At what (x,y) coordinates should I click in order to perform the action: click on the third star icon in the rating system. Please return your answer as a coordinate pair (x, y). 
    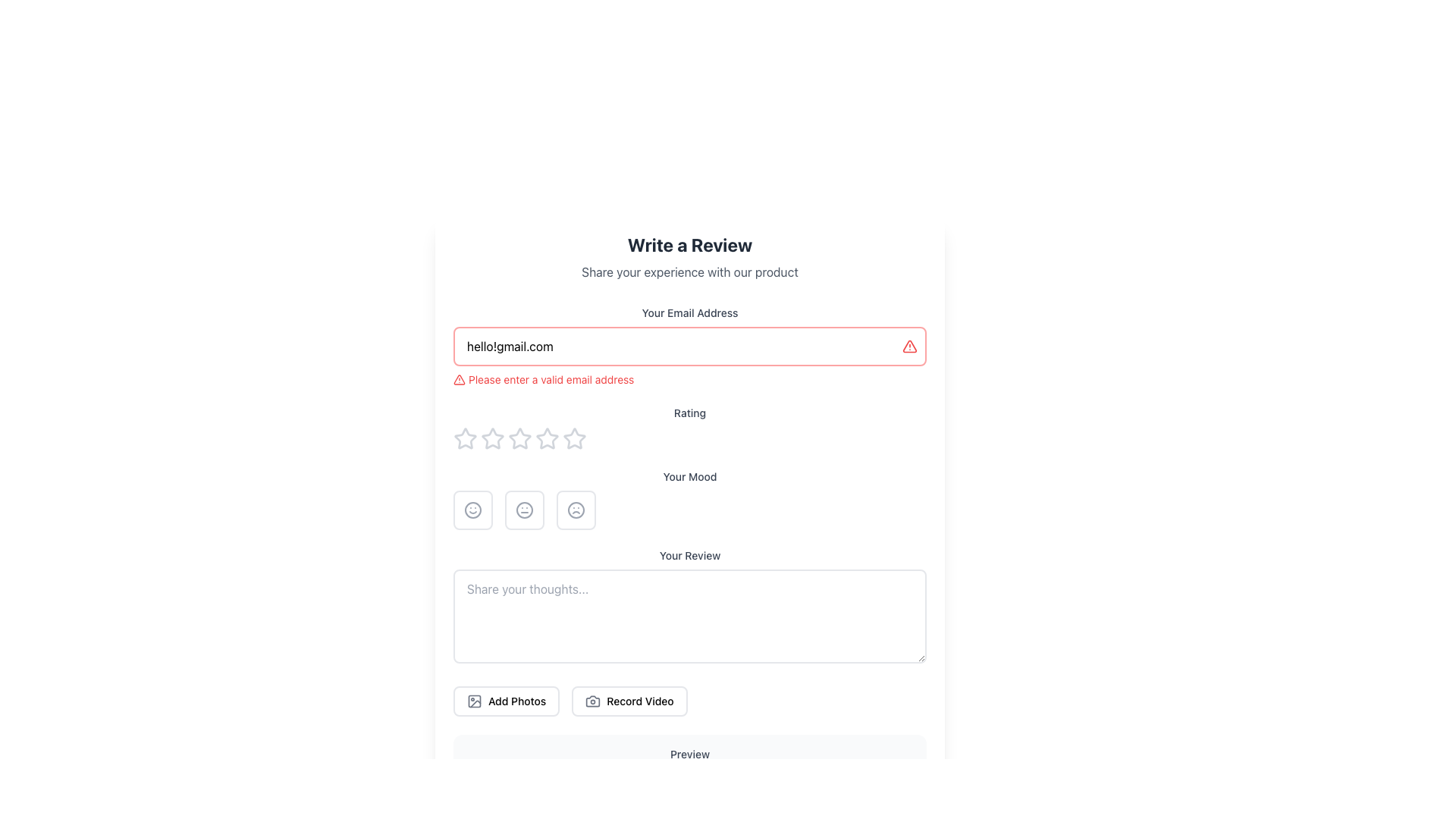
    Looking at the image, I should click on (520, 438).